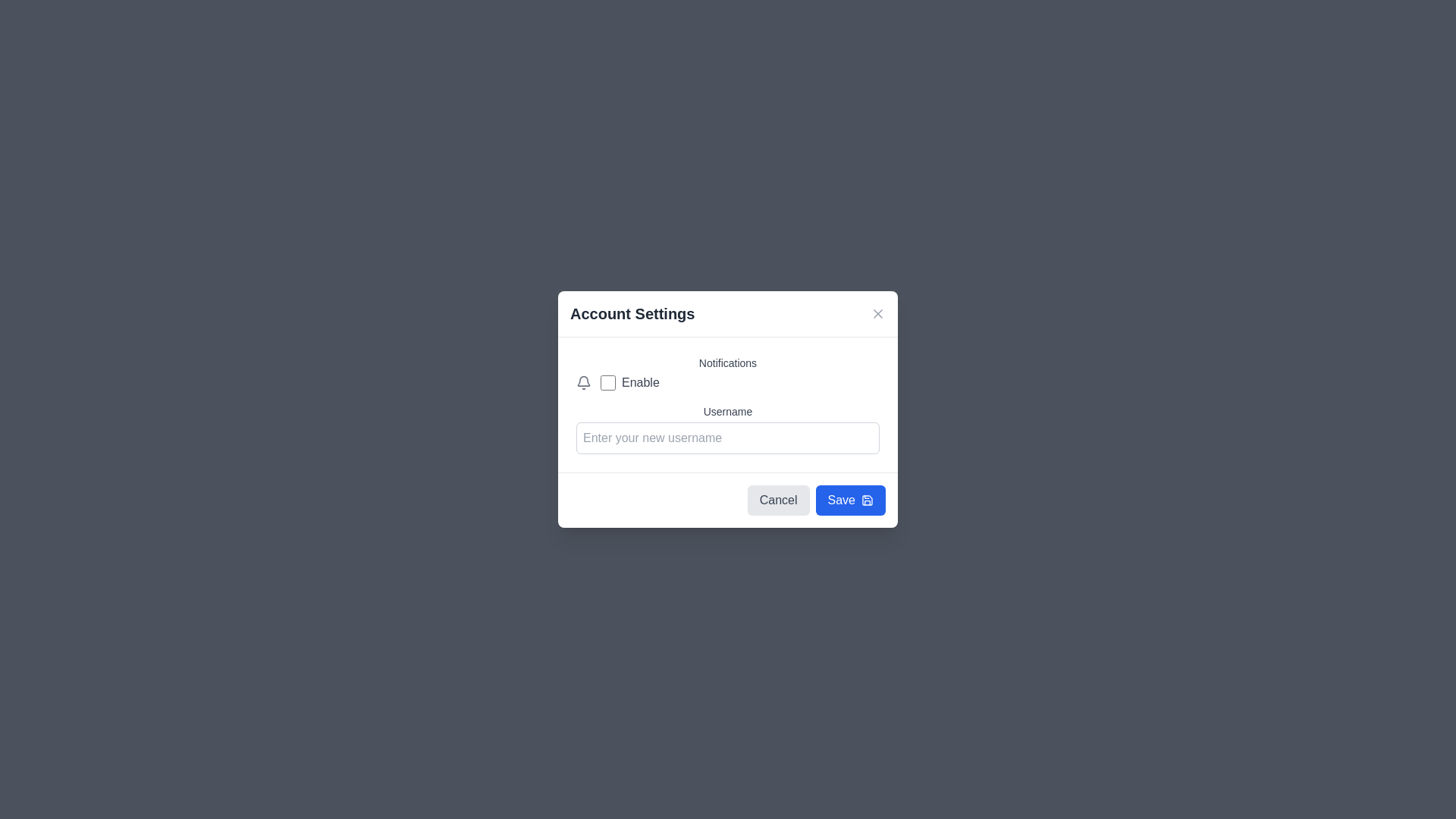 The image size is (1456, 819). Describe the element at coordinates (877, 312) in the screenshot. I see `the small gray button with an 'X' icon located in the top-right corner of the 'Account Settings' modal dialog to darken its color` at that location.